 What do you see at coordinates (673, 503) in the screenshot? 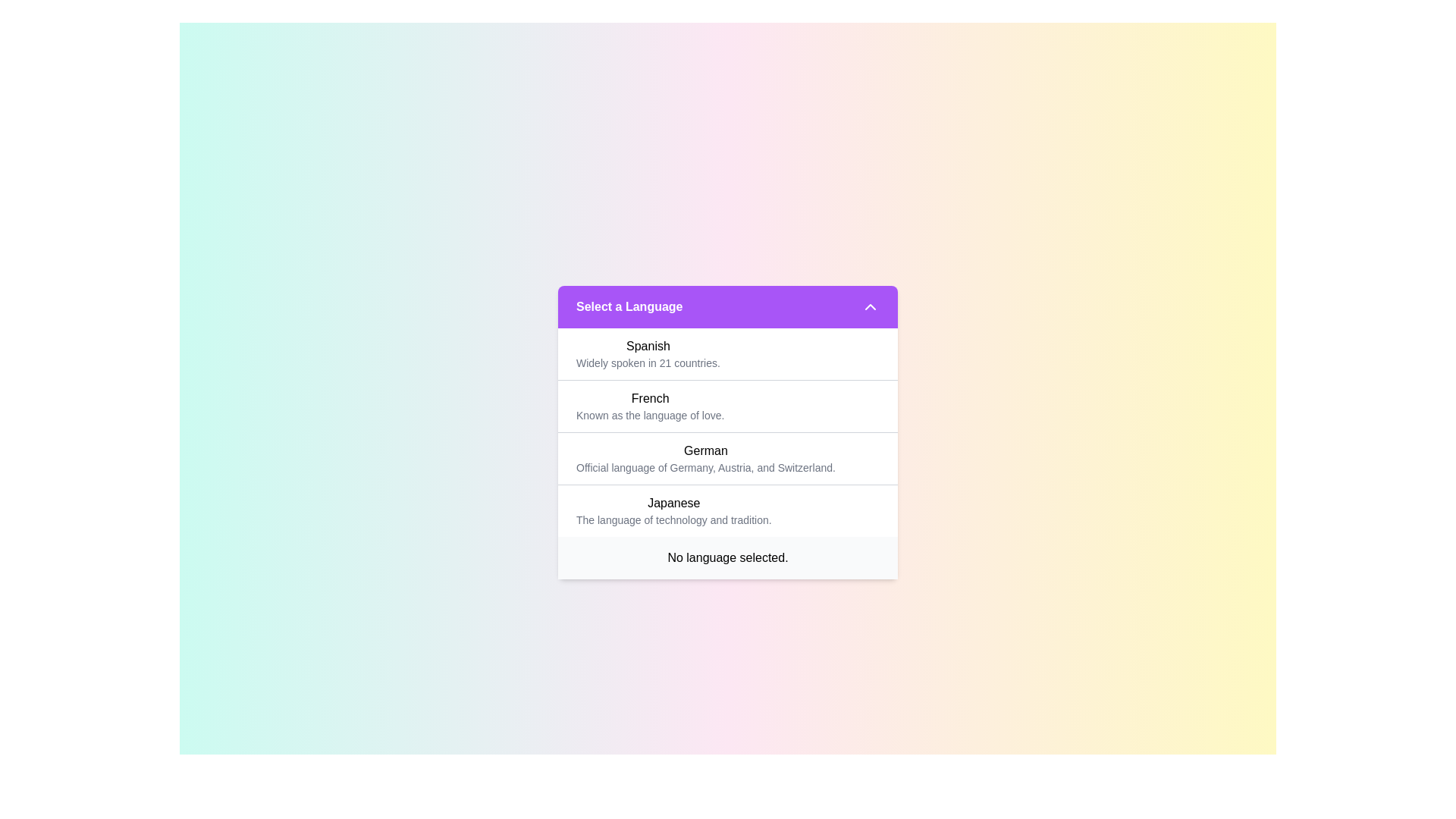
I see `the text label displaying 'Japanese', which is bold and part of a vertical list of selectable options in a dropdown interface` at bounding box center [673, 503].